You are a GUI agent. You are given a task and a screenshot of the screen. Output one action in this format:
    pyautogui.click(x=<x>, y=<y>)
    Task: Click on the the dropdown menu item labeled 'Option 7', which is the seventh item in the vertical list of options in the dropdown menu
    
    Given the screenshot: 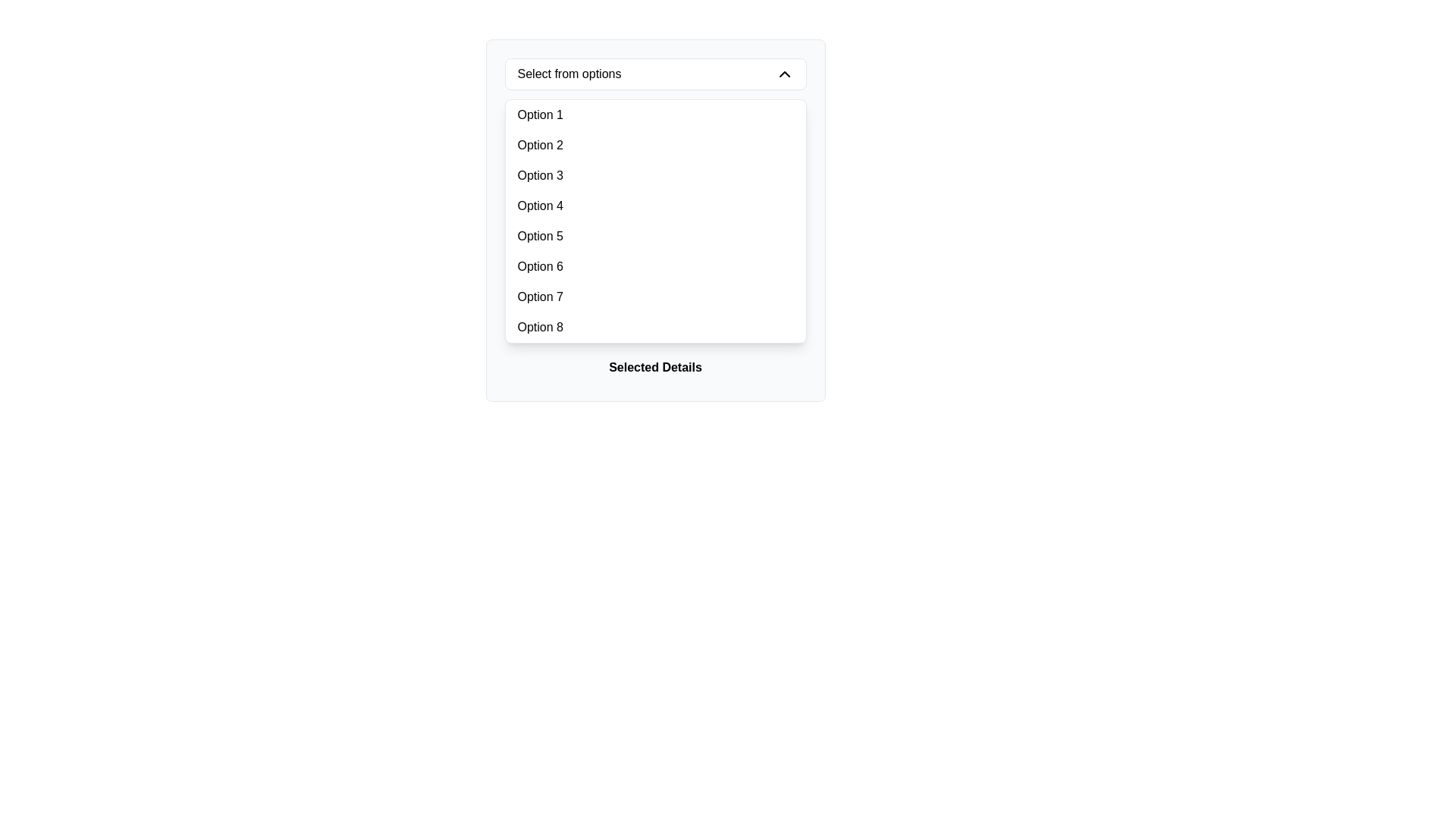 What is the action you would take?
    pyautogui.click(x=655, y=297)
    